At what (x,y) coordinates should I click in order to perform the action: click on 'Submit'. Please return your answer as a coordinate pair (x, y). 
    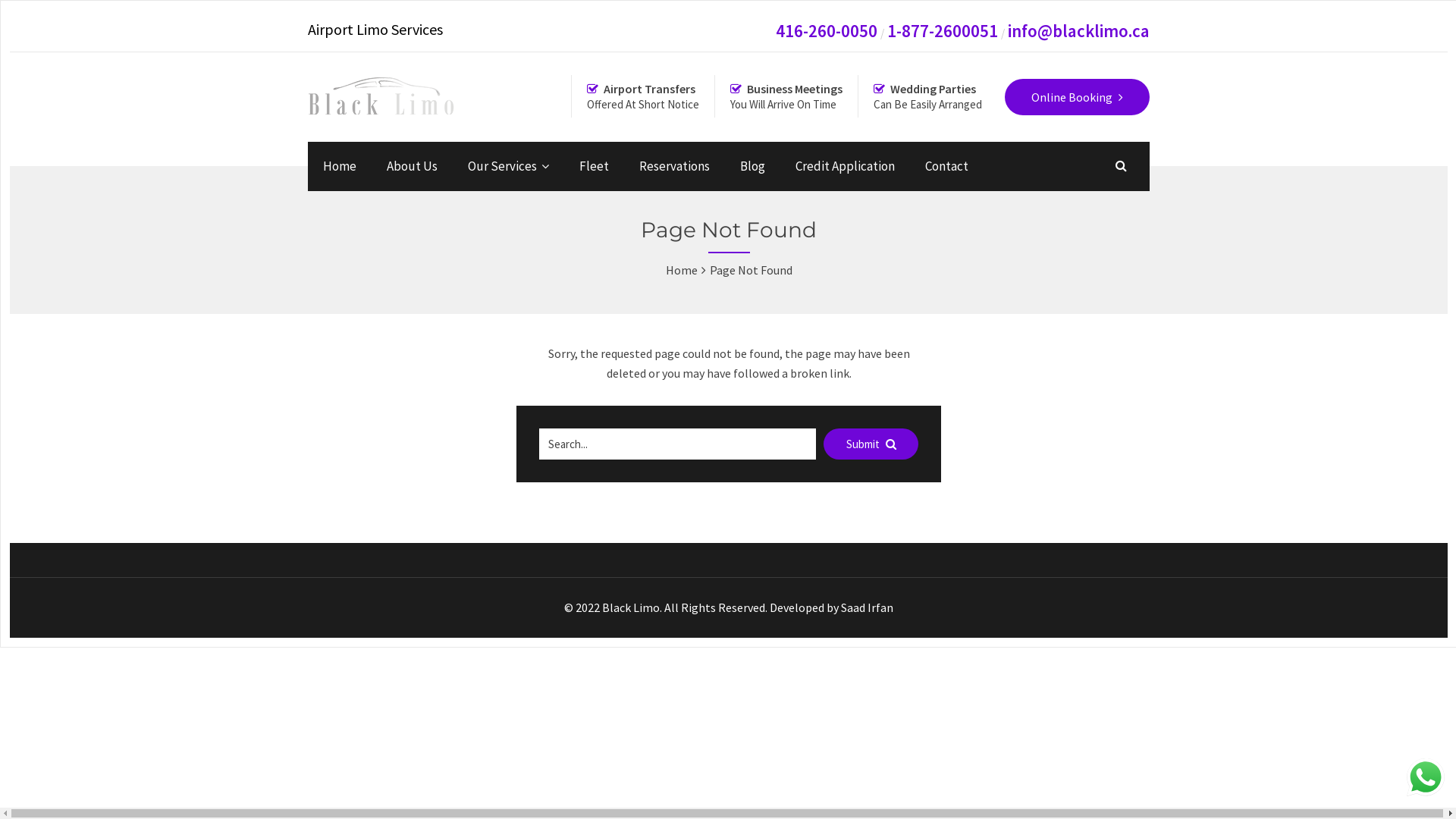
    Looking at the image, I should click on (871, 444).